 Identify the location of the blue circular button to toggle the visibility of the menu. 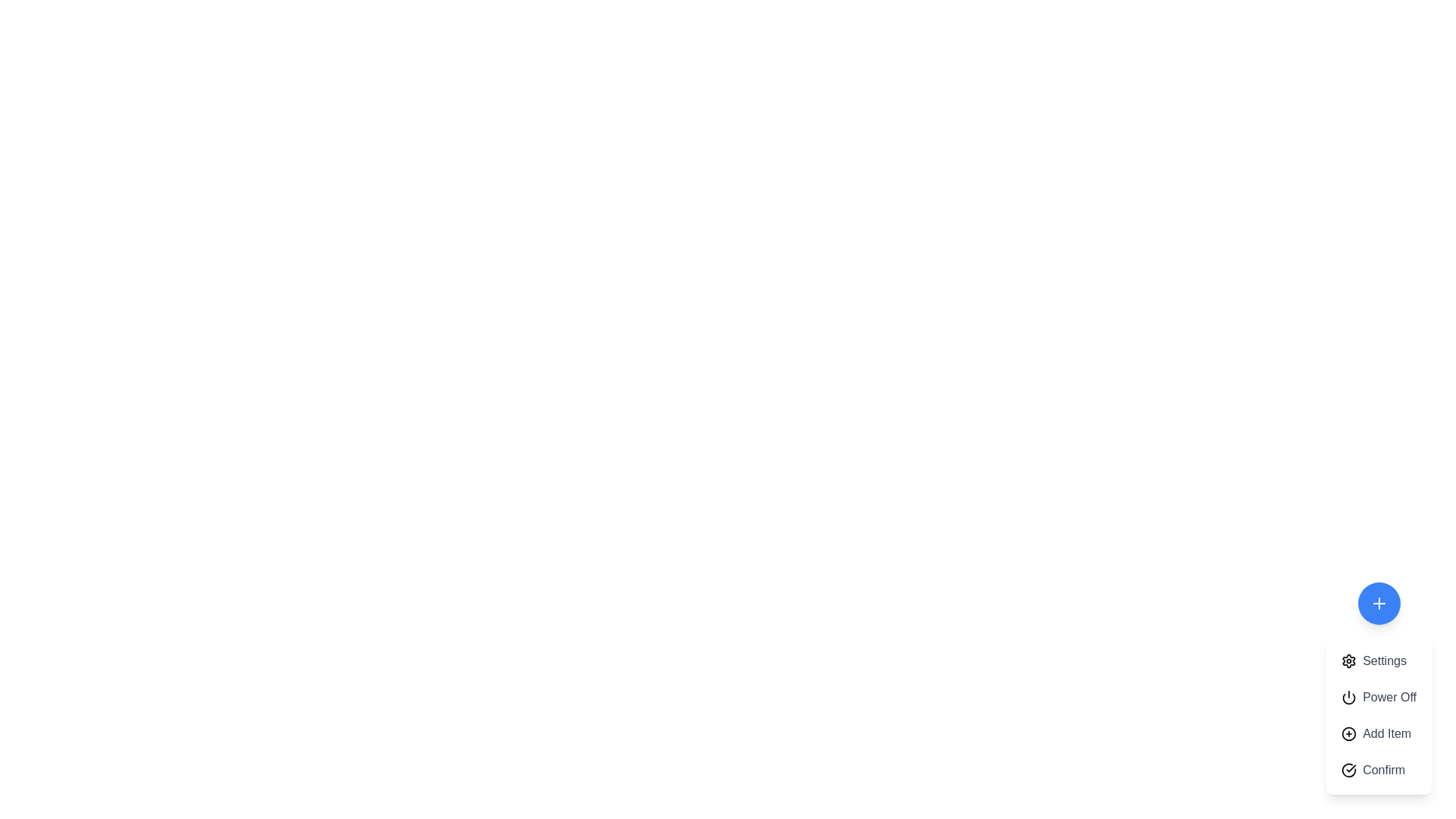
(1379, 602).